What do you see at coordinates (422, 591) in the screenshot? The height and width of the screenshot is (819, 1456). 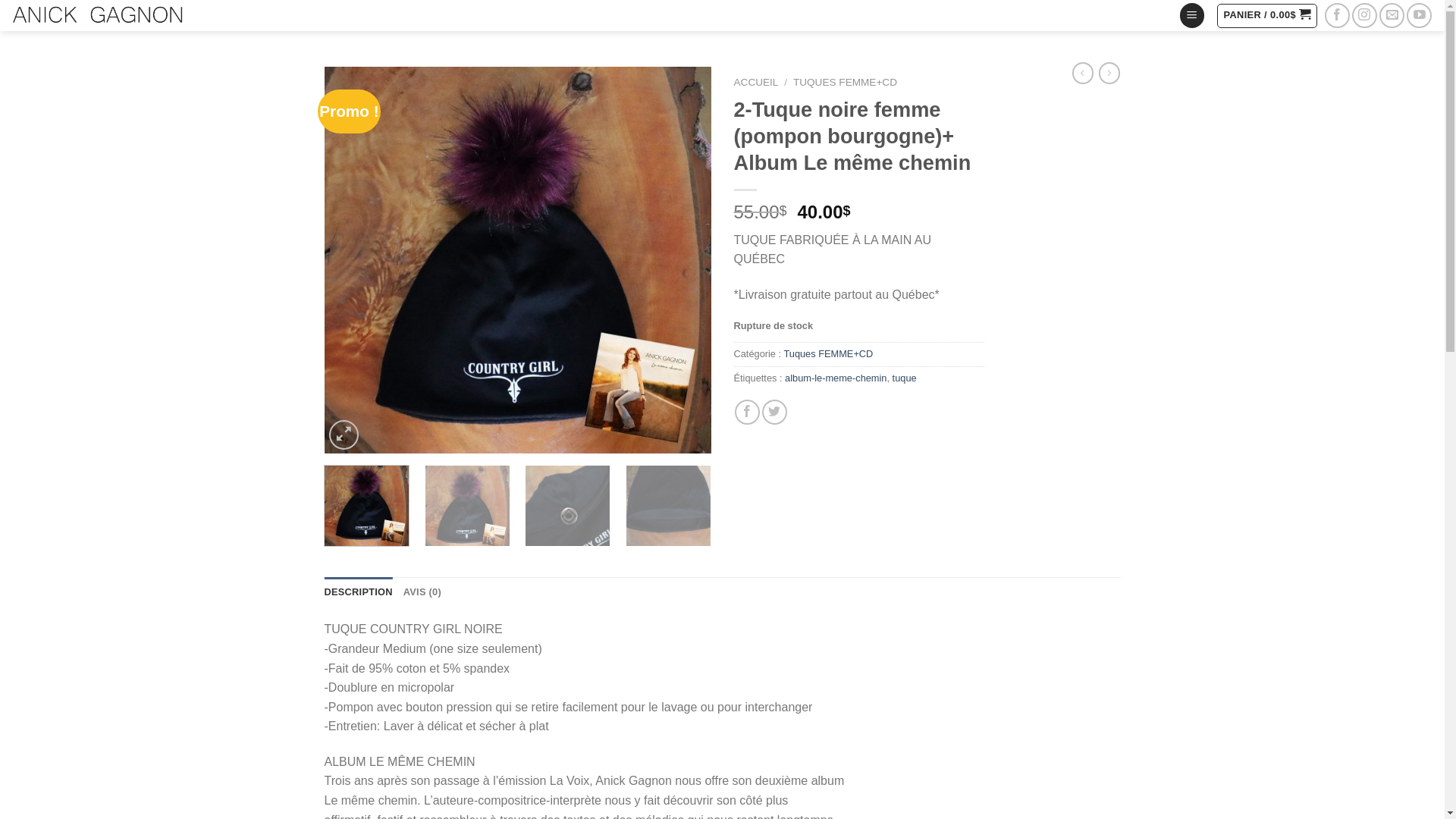 I see `'AVIS (0)'` at bounding box center [422, 591].